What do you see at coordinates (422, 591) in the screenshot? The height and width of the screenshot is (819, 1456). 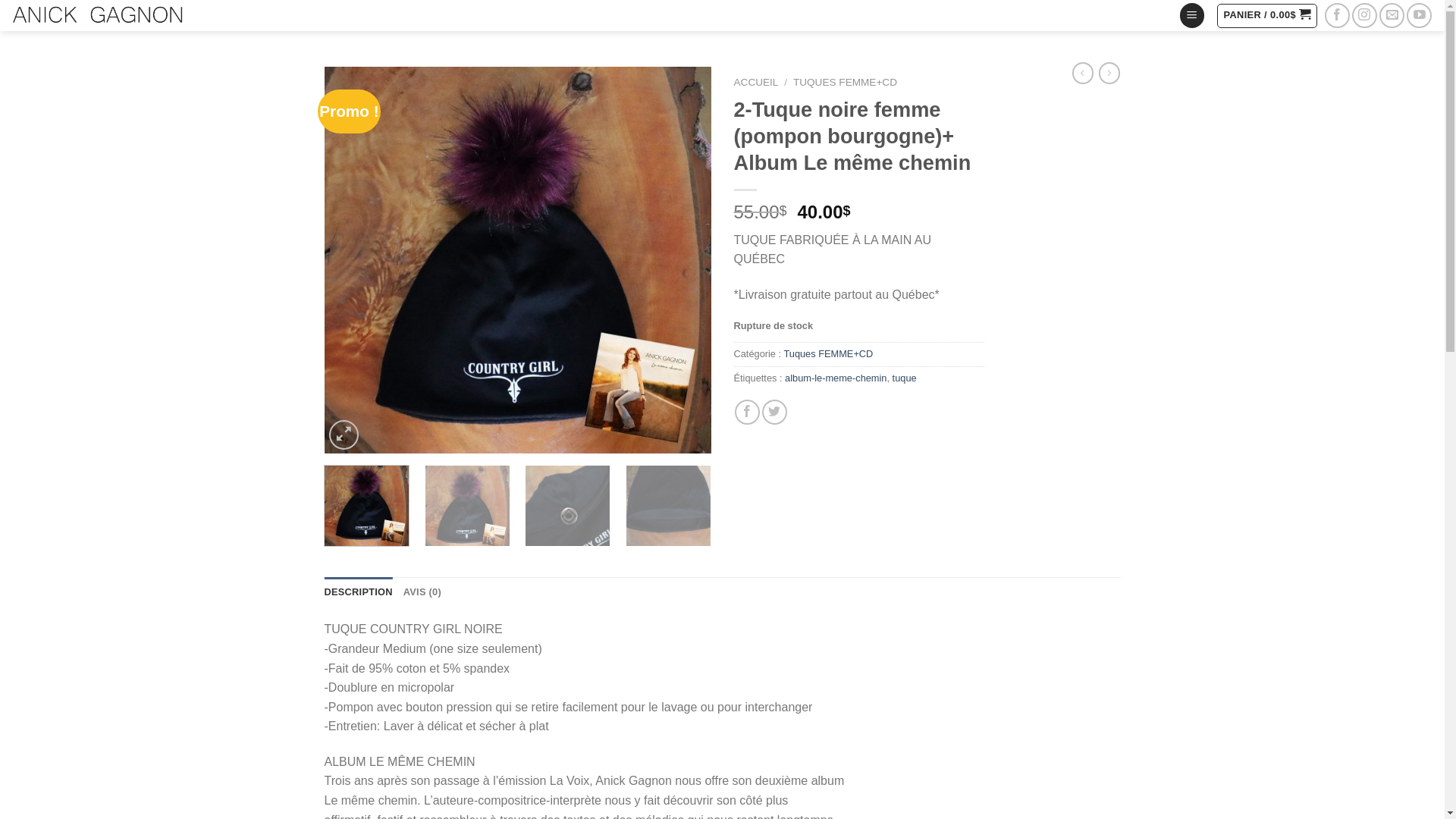 I see `'AVIS (0)'` at bounding box center [422, 591].